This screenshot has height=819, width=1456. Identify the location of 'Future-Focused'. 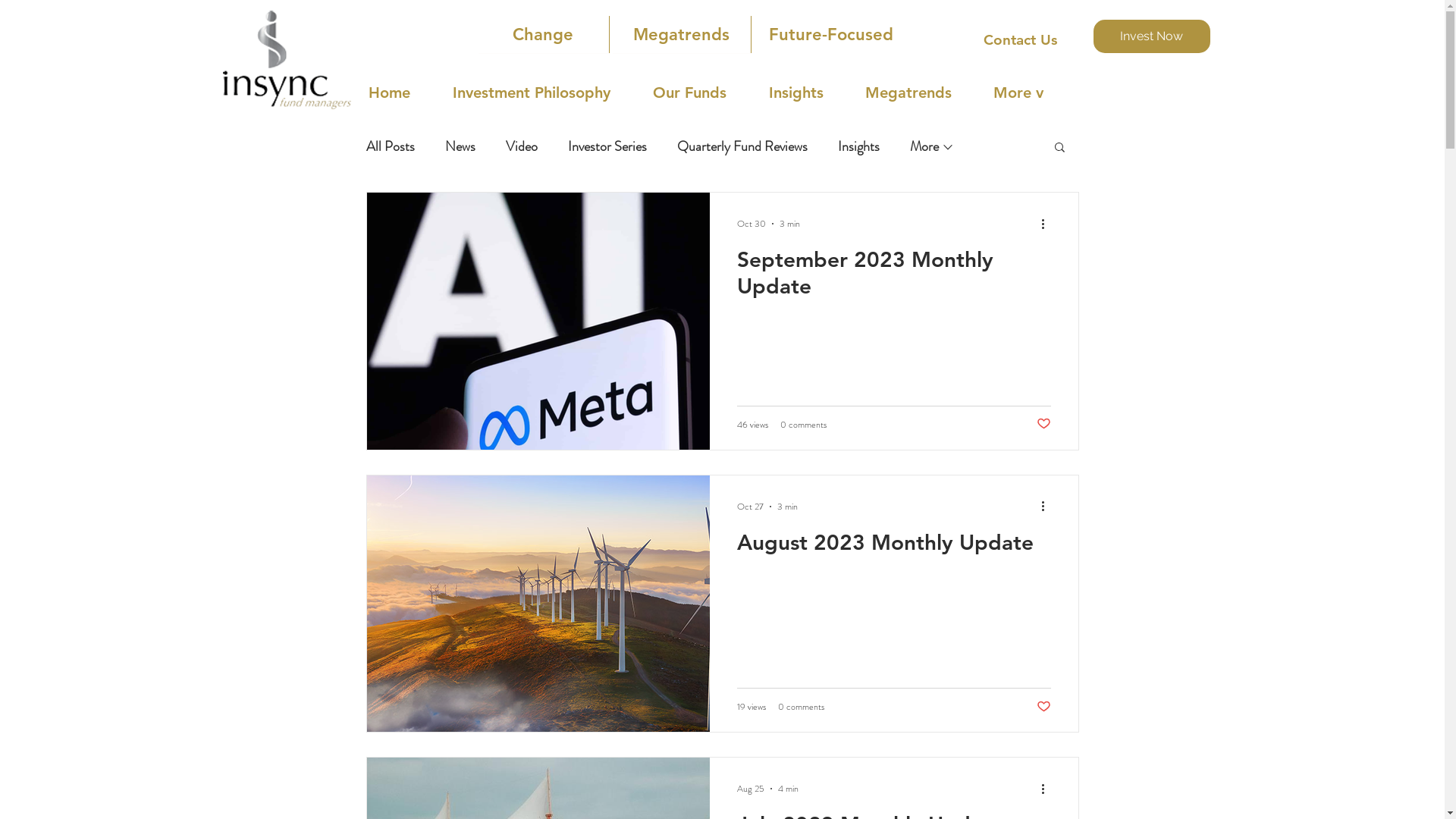
(830, 34).